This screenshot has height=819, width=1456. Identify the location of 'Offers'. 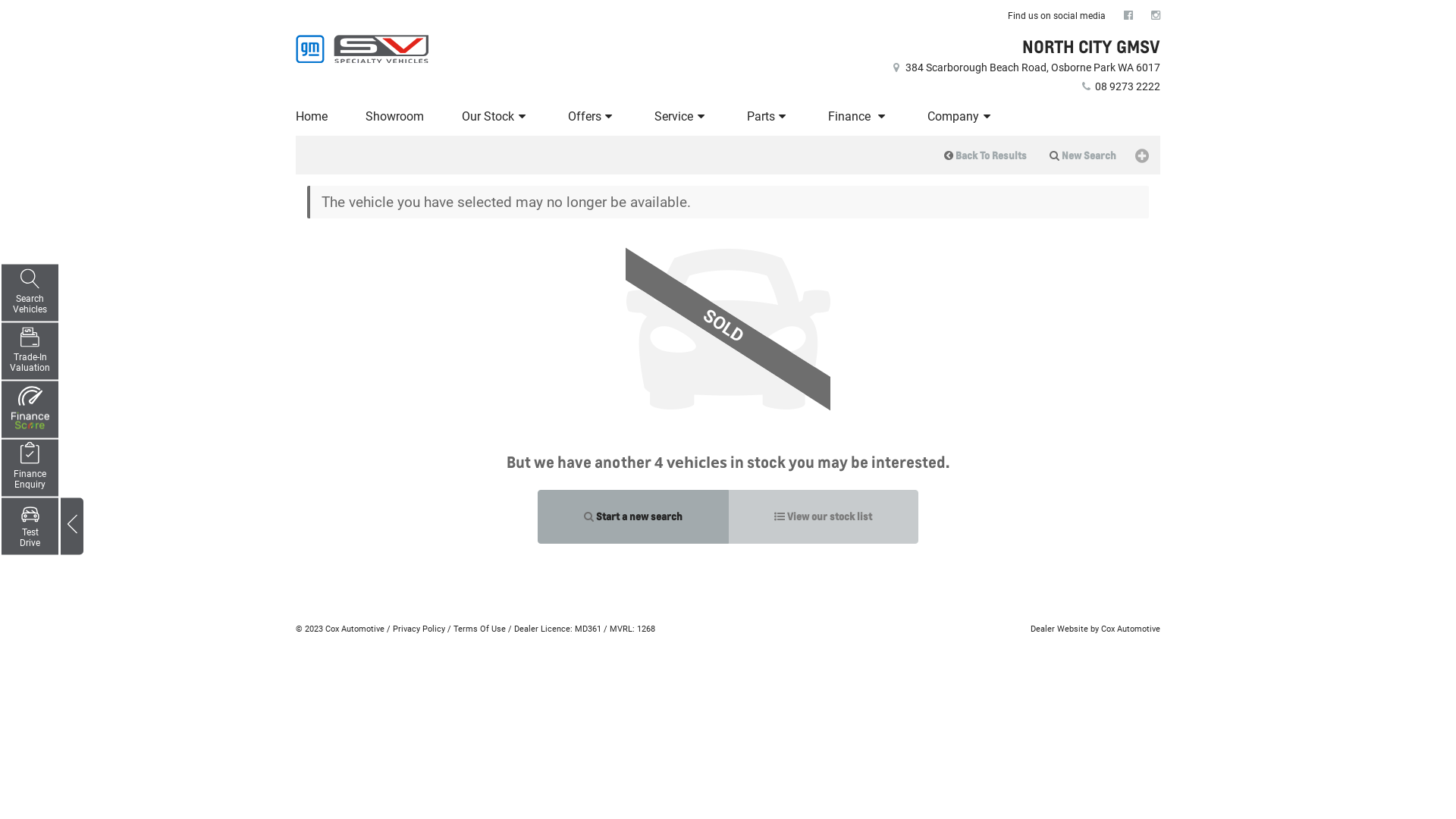
(591, 116).